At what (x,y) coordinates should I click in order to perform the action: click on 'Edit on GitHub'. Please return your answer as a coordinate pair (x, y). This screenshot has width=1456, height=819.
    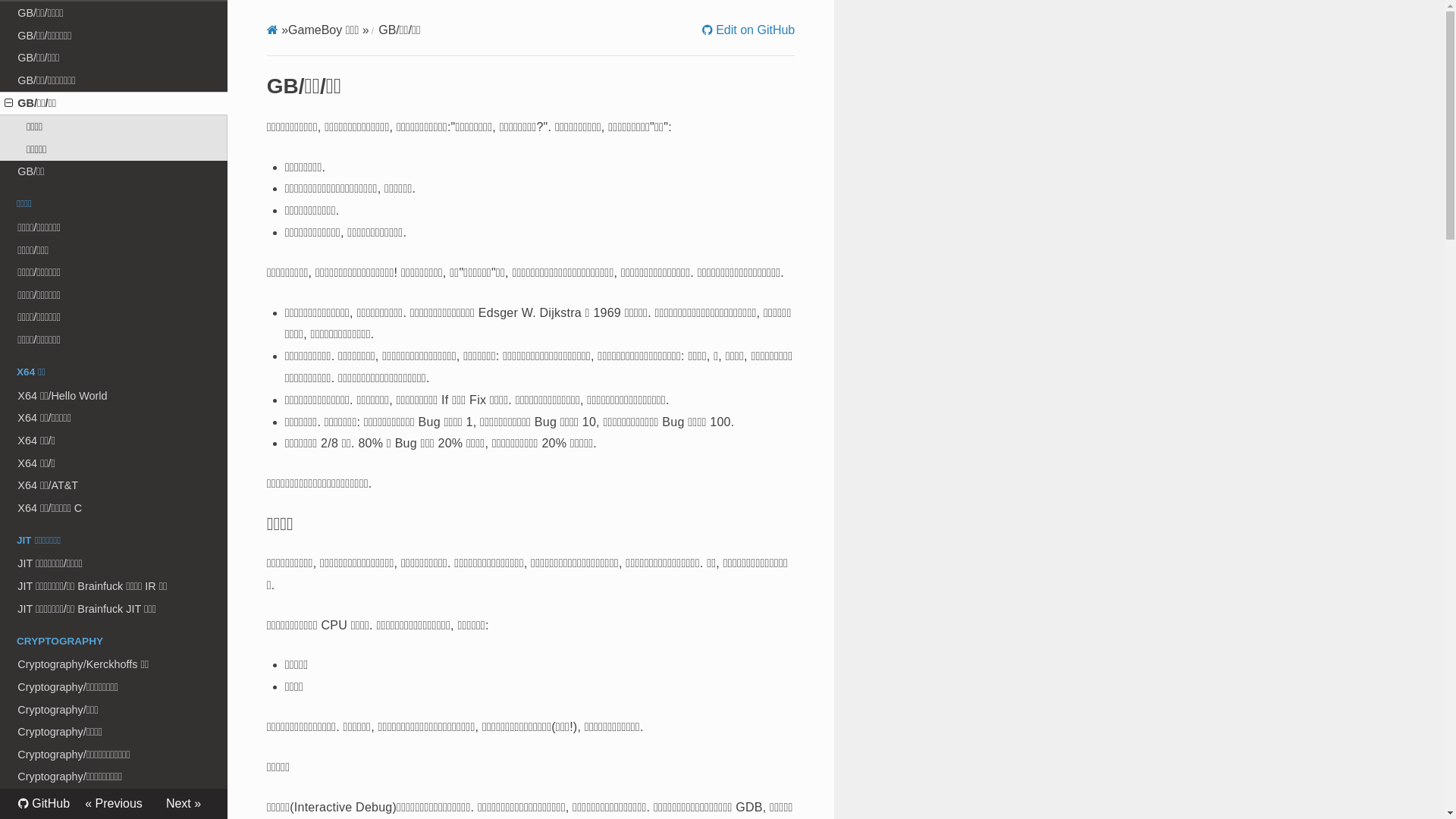
    Looking at the image, I should click on (748, 30).